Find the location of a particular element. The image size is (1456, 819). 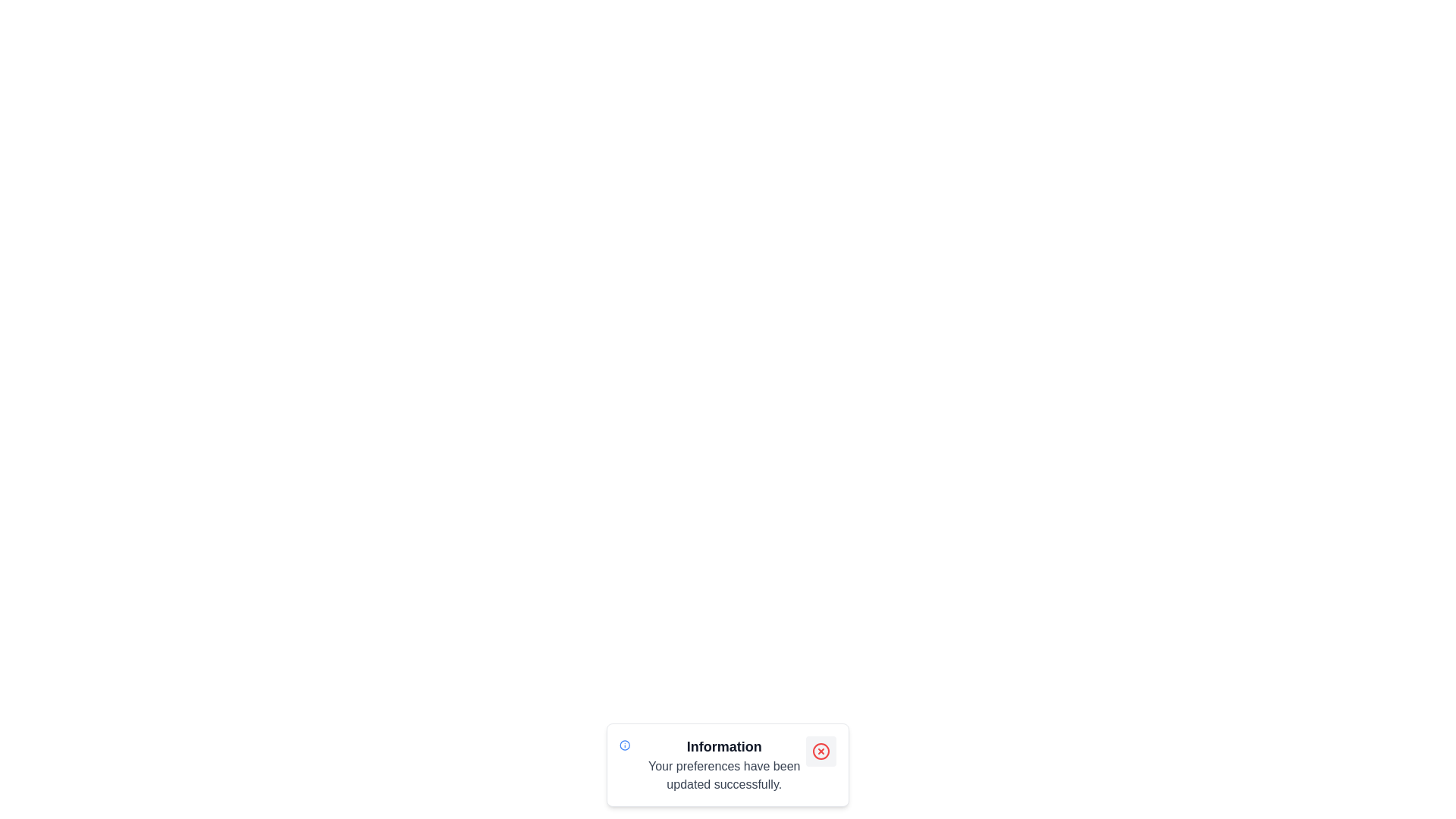

close button to dismiss the notification is located at coordinates (821, 752).